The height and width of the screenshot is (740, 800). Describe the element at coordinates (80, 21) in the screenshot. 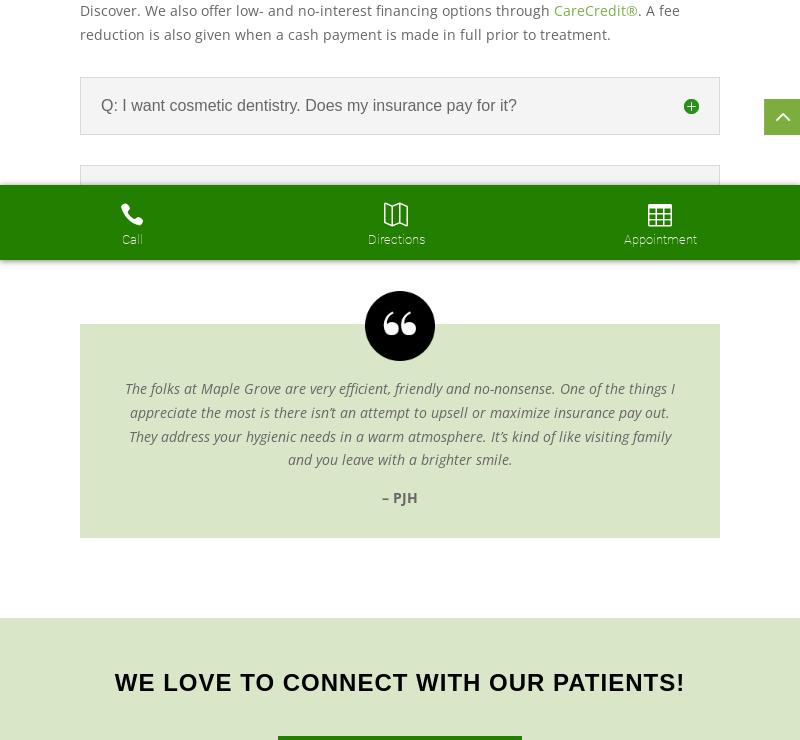

I see `'. A fee reduction is also given when a cash payment is made in full prior to treatment.'` at that location.